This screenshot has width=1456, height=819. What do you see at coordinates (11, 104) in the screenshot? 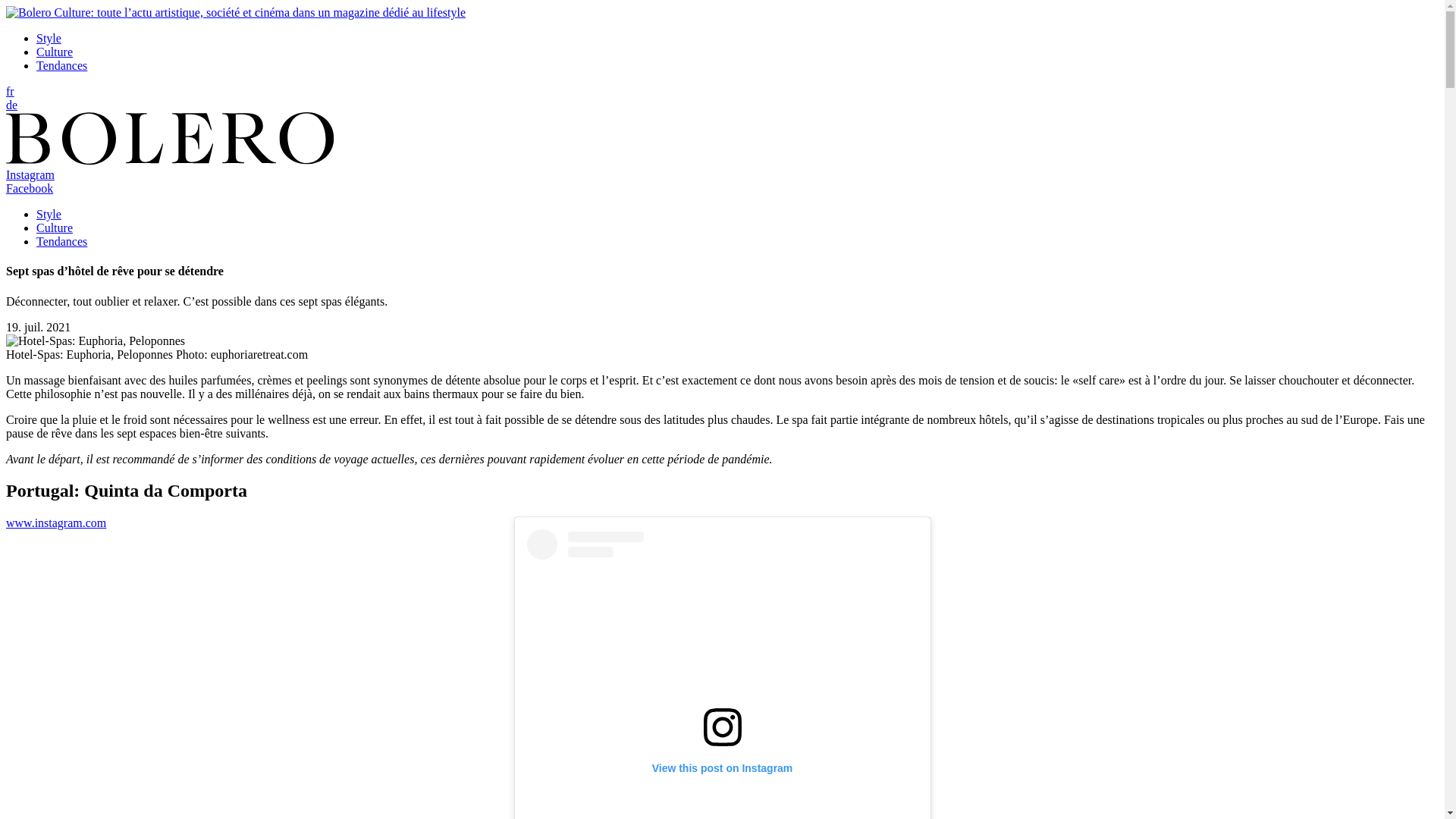
I see `'de'` at bounding box center [11, 104].